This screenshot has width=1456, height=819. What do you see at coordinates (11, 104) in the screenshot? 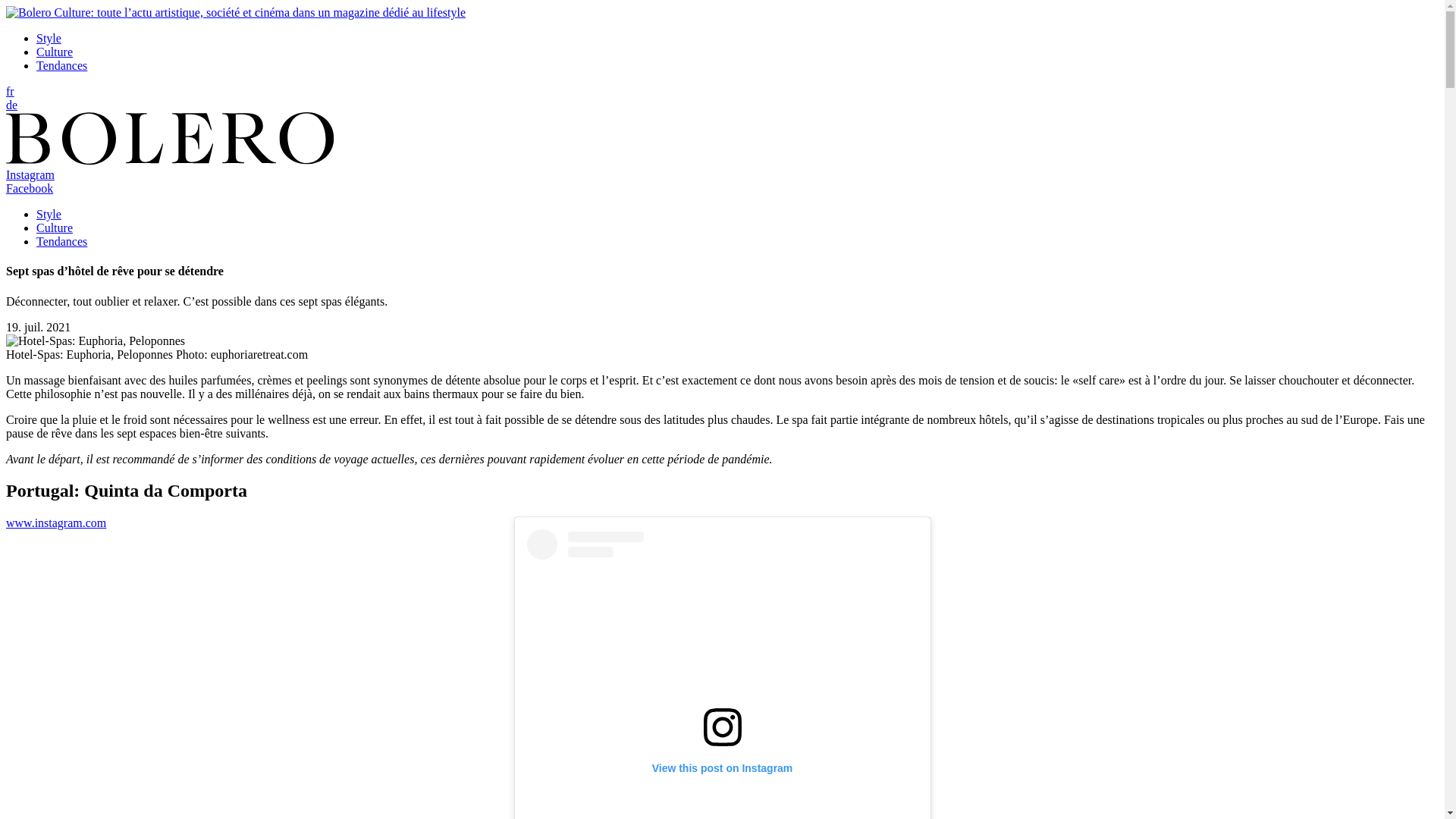
I see `'de'` at bounding box center [11, 104].